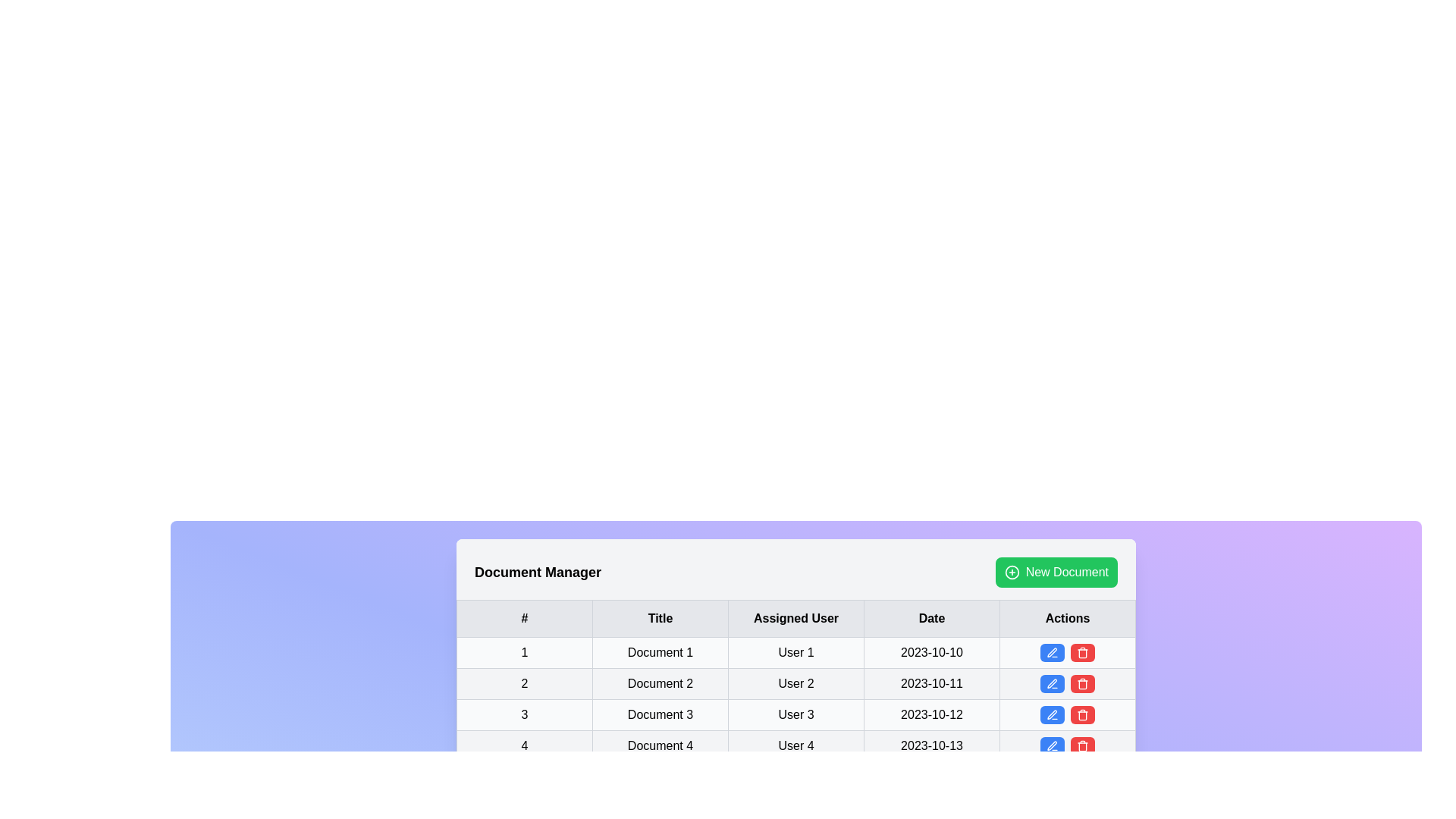  I want to click on the fourth row's 'Actions' column widget in the table, so click(1066, 684).